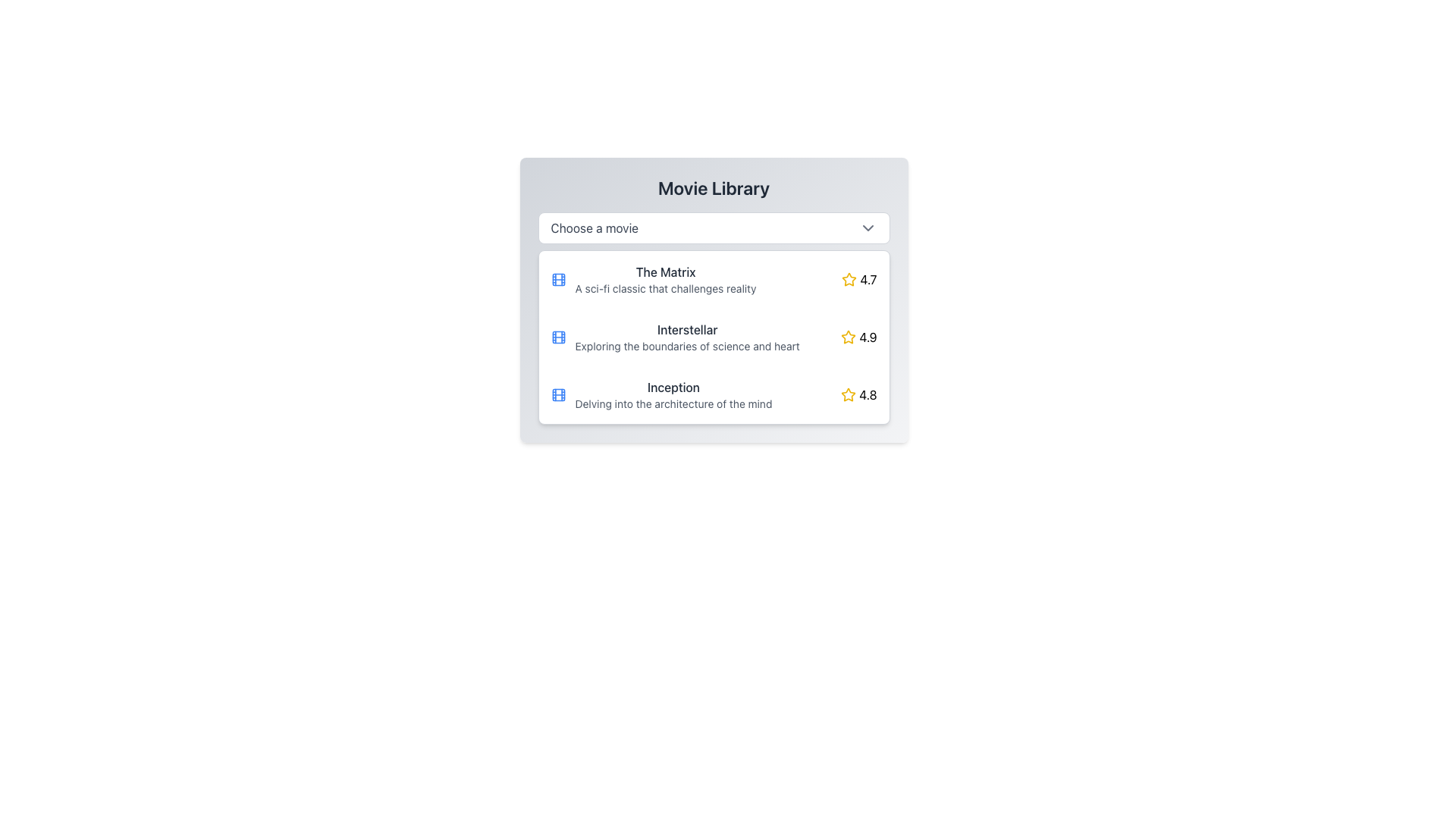 The height and width of the screenshot is (819, 1456). Describe the element at coordinates (557, 336) in the screenshot. I see `the film icon representing the movie 'Interstellar', which is positioned to the left of the text 'Interstellar Exploring the boundaries of science and heart'` at that location.